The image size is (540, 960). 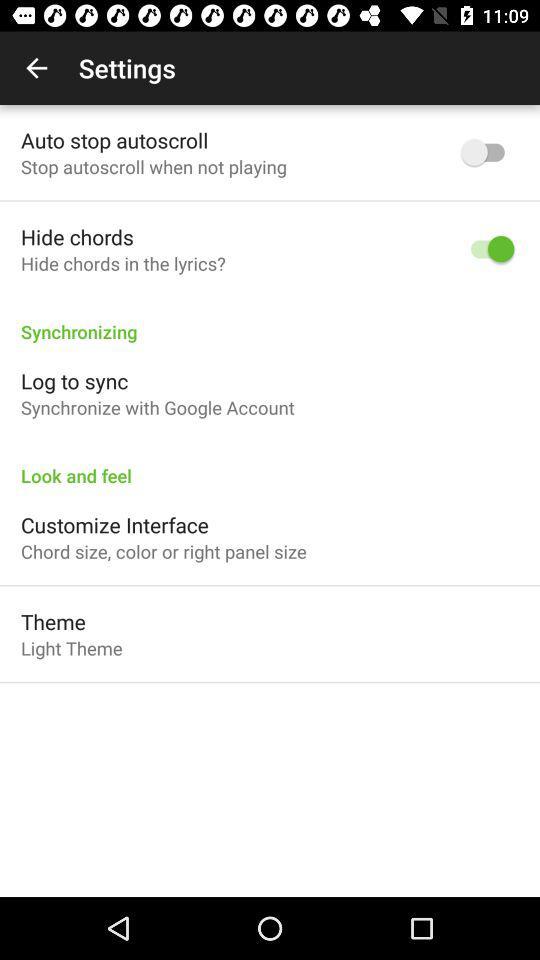 What do you see at coordinates (270, 465) in the screenshot?
I see `the look and feel icon` at bounding box center [270, 465].